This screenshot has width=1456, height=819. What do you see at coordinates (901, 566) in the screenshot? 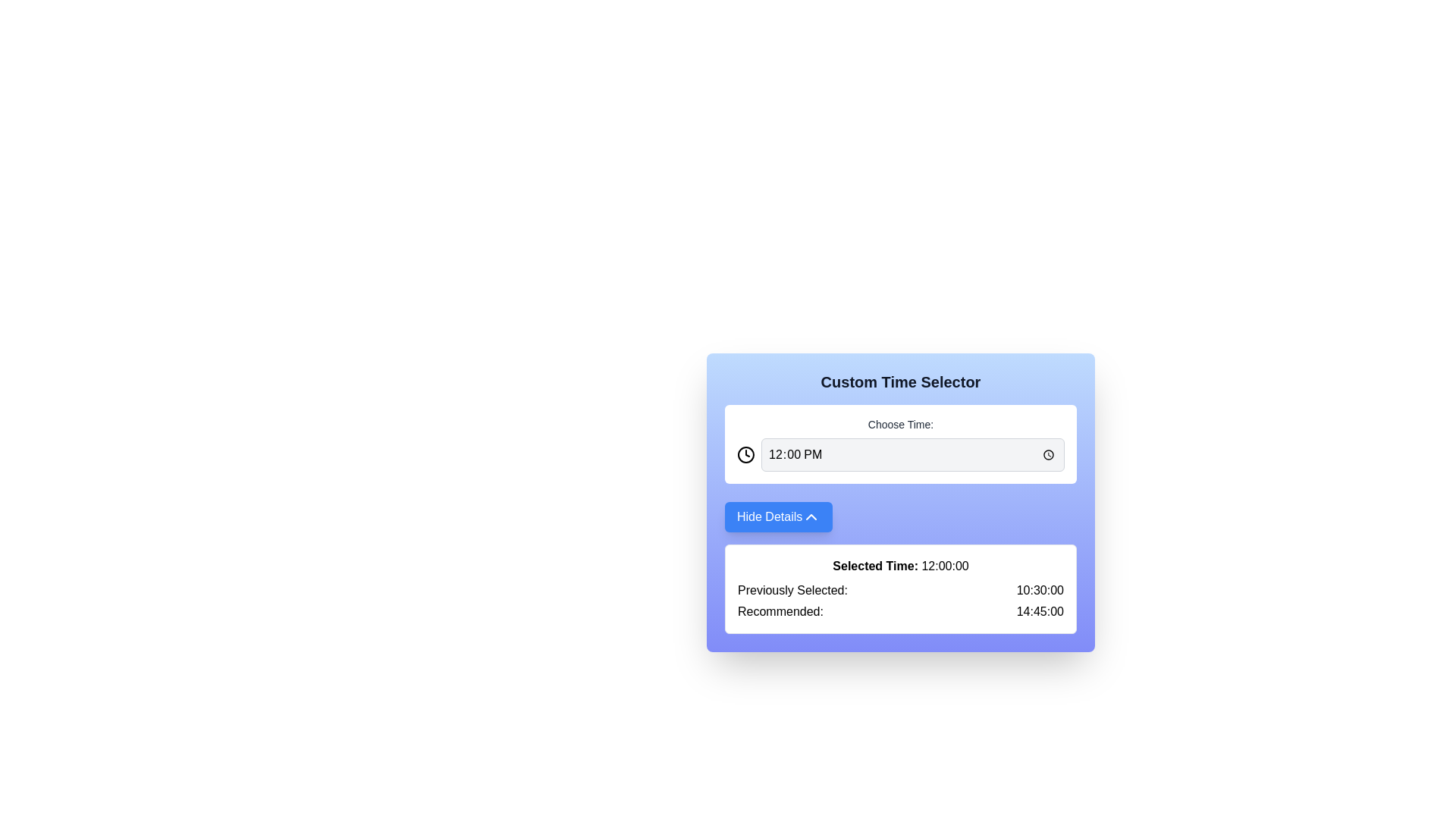
I see `the static text display that shows the currently selected time, located at the bottom of the interface above the values 'Previously Selected:' and 'Recommended:'` at bounding box center [901, 566].